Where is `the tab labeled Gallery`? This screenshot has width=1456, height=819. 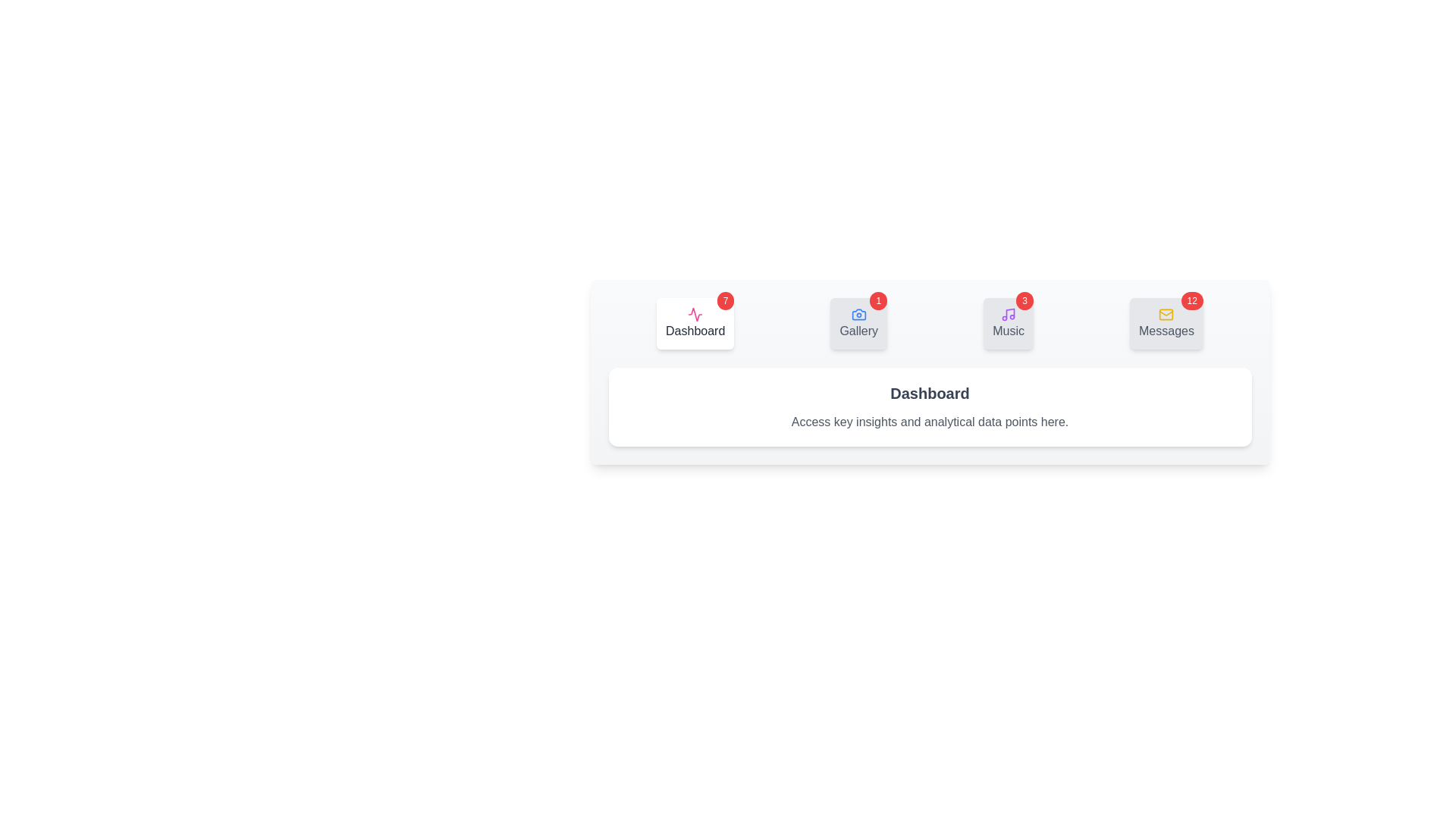
the tab labeled Gallery is located at coordinates (858, 323).